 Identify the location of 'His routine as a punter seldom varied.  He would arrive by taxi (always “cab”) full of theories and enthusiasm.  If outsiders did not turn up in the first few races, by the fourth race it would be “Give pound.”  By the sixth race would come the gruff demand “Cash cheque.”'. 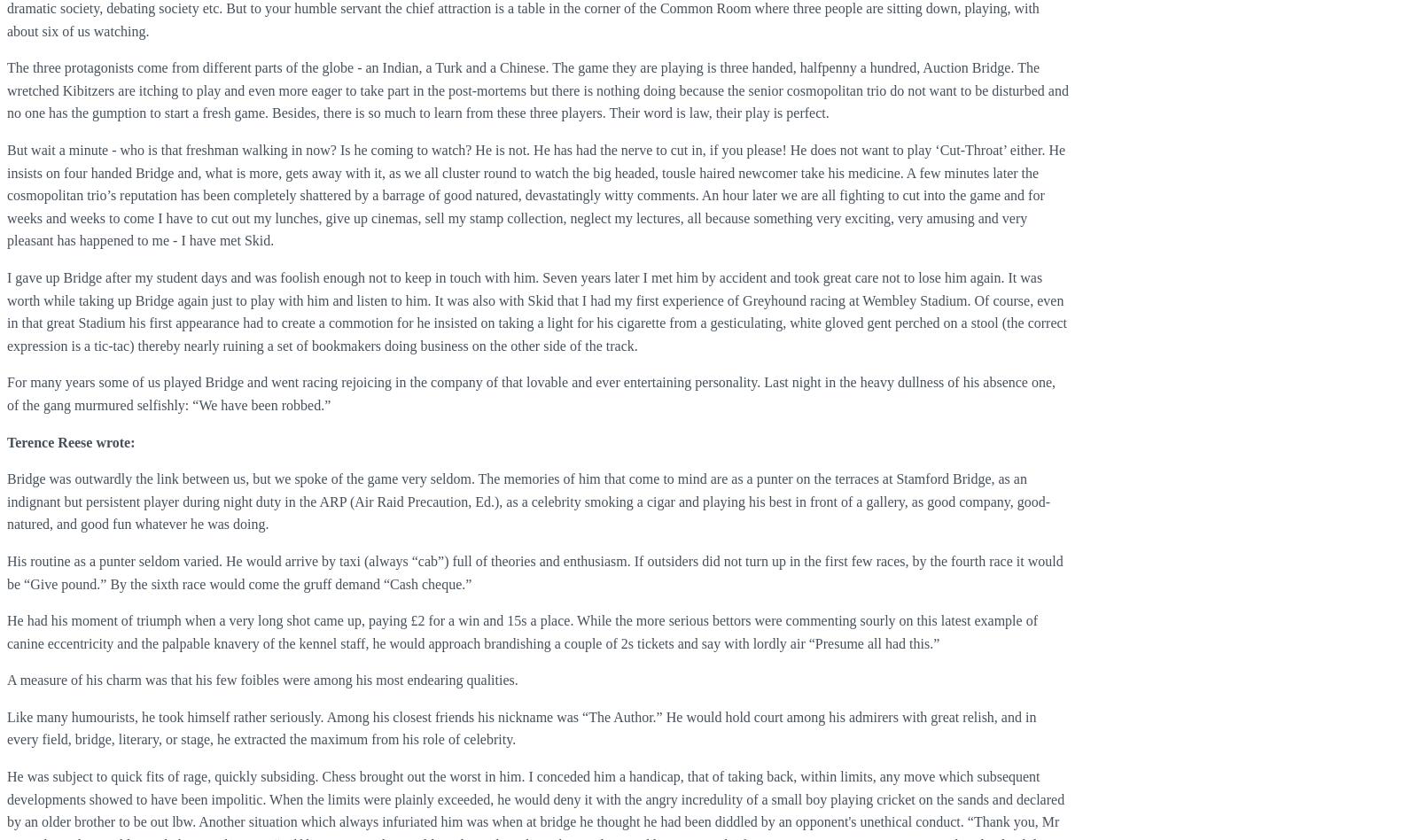
(534, 571).